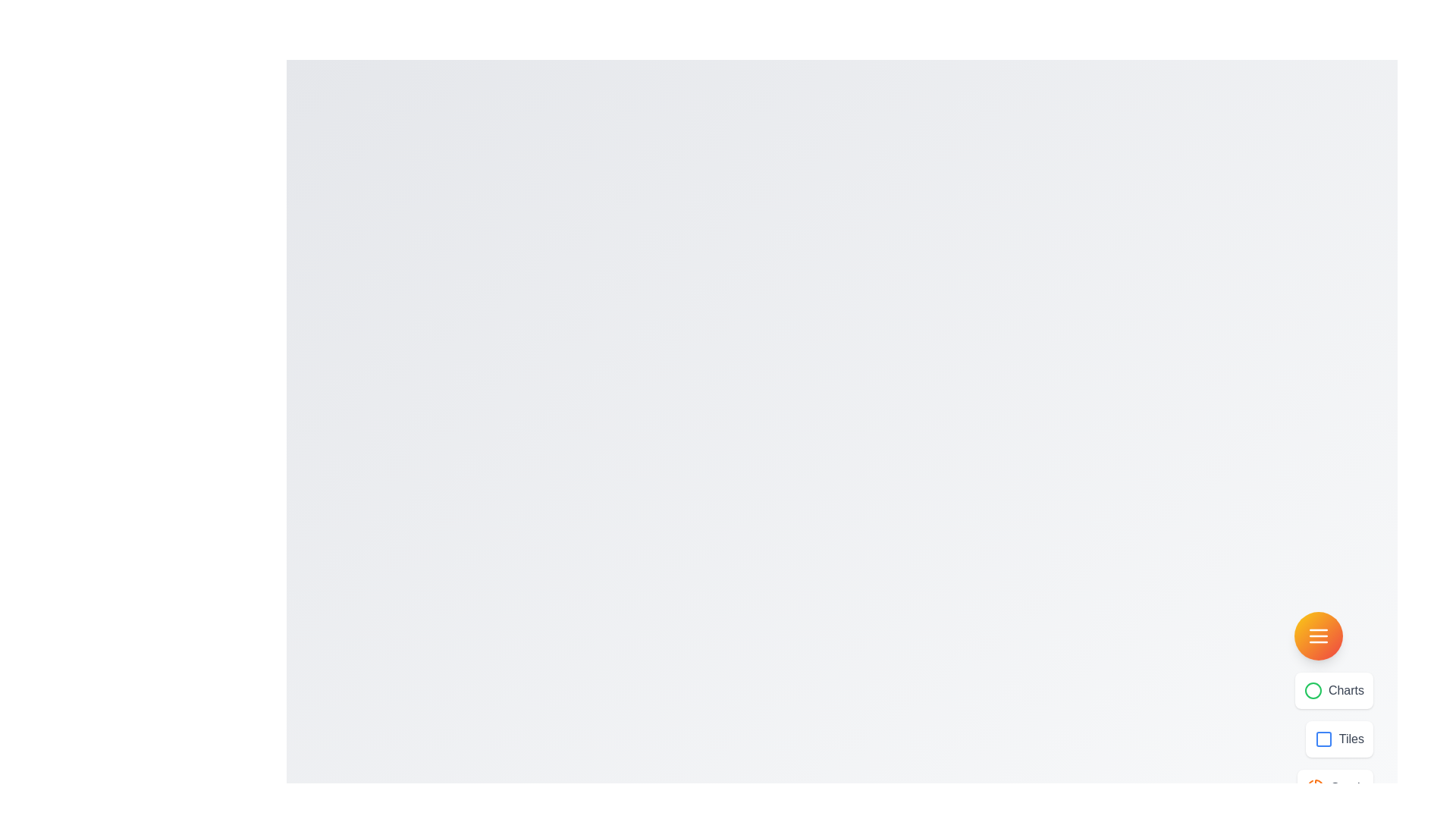 This screenshot has width=1456, height=819. I want to click on the menu option icon corresponding to Tiles, so click(1323, 739).